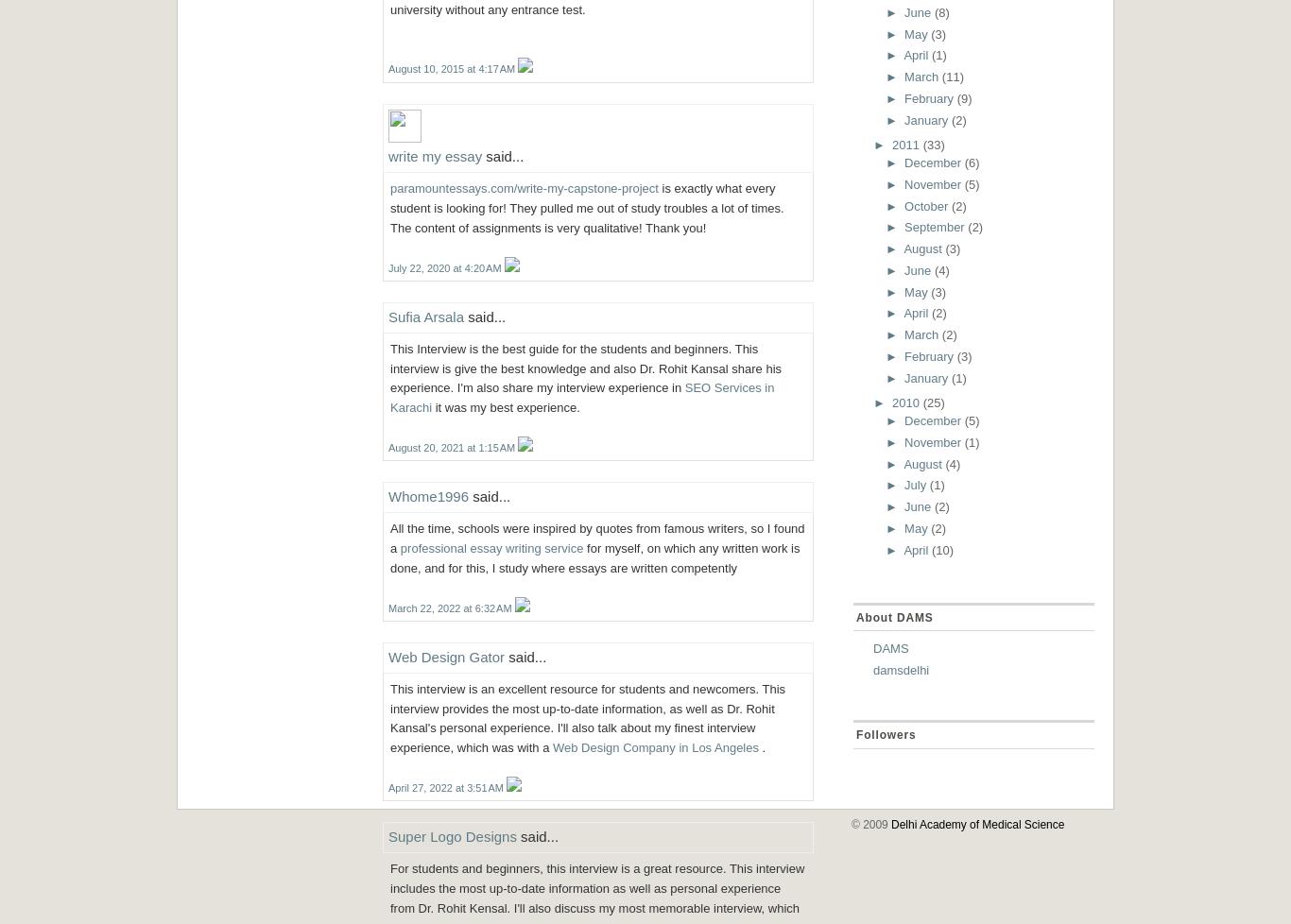 This screenshot has width=1291, height=924. What do you see at coordinates (387, 68) in the screenshot?
I see `'August 10, 2015 at 4:17 AM'` at bounding box center [387, 68].